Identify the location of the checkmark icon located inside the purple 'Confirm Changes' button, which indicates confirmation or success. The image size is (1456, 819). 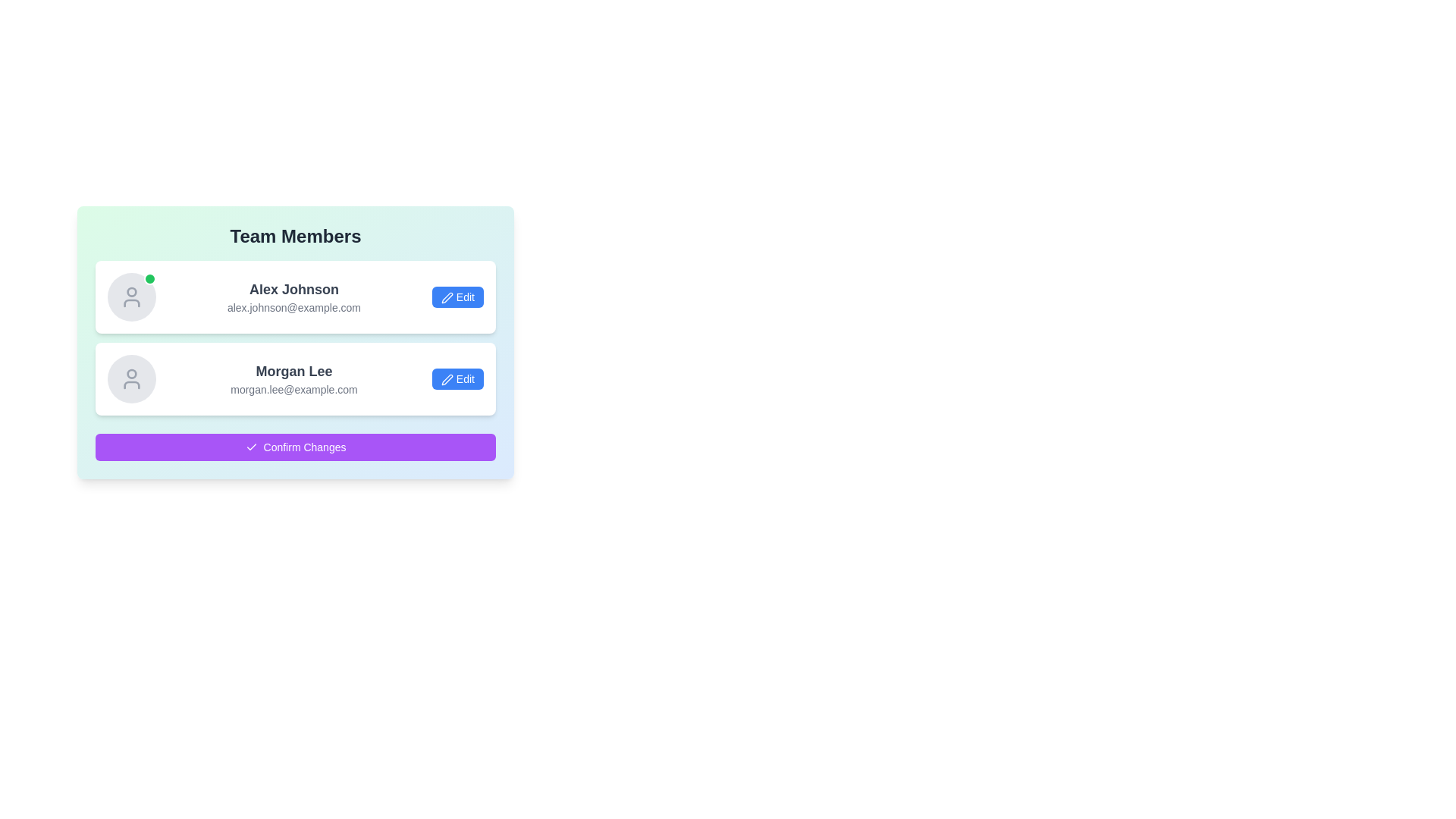
(251, 447).